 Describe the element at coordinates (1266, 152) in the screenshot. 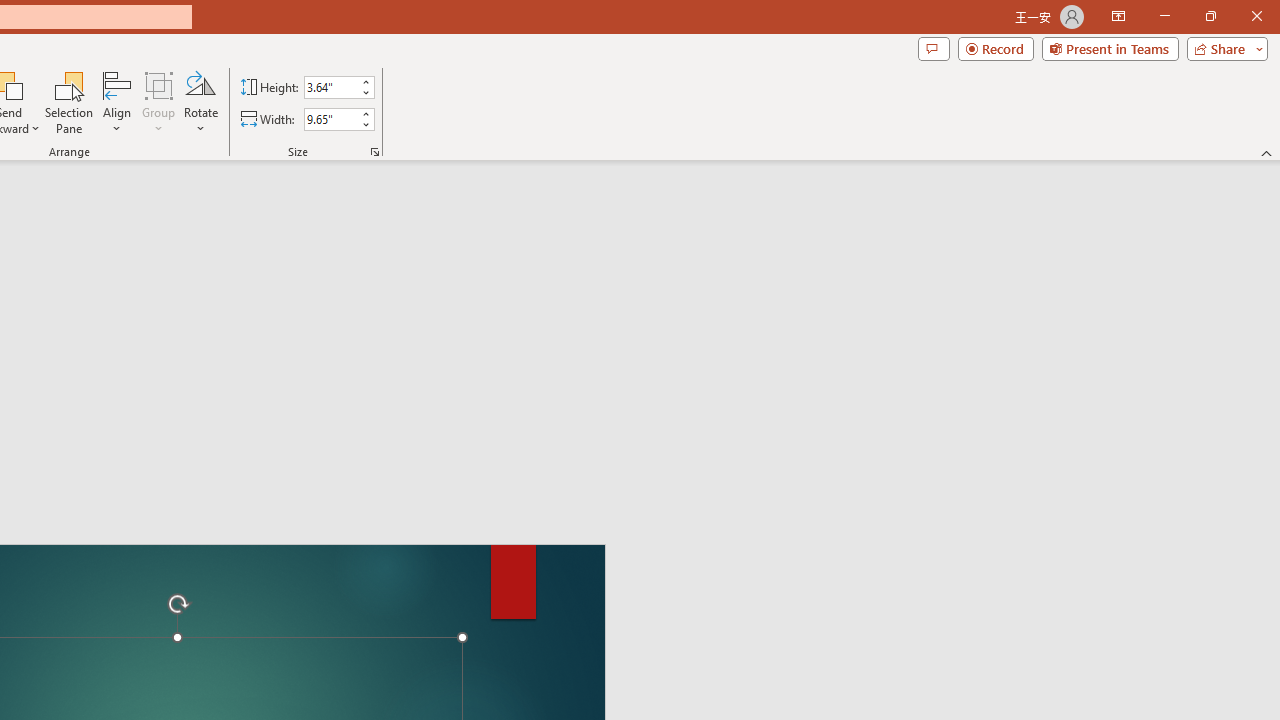

I see `'Collapse the Ribbon'` at that location.